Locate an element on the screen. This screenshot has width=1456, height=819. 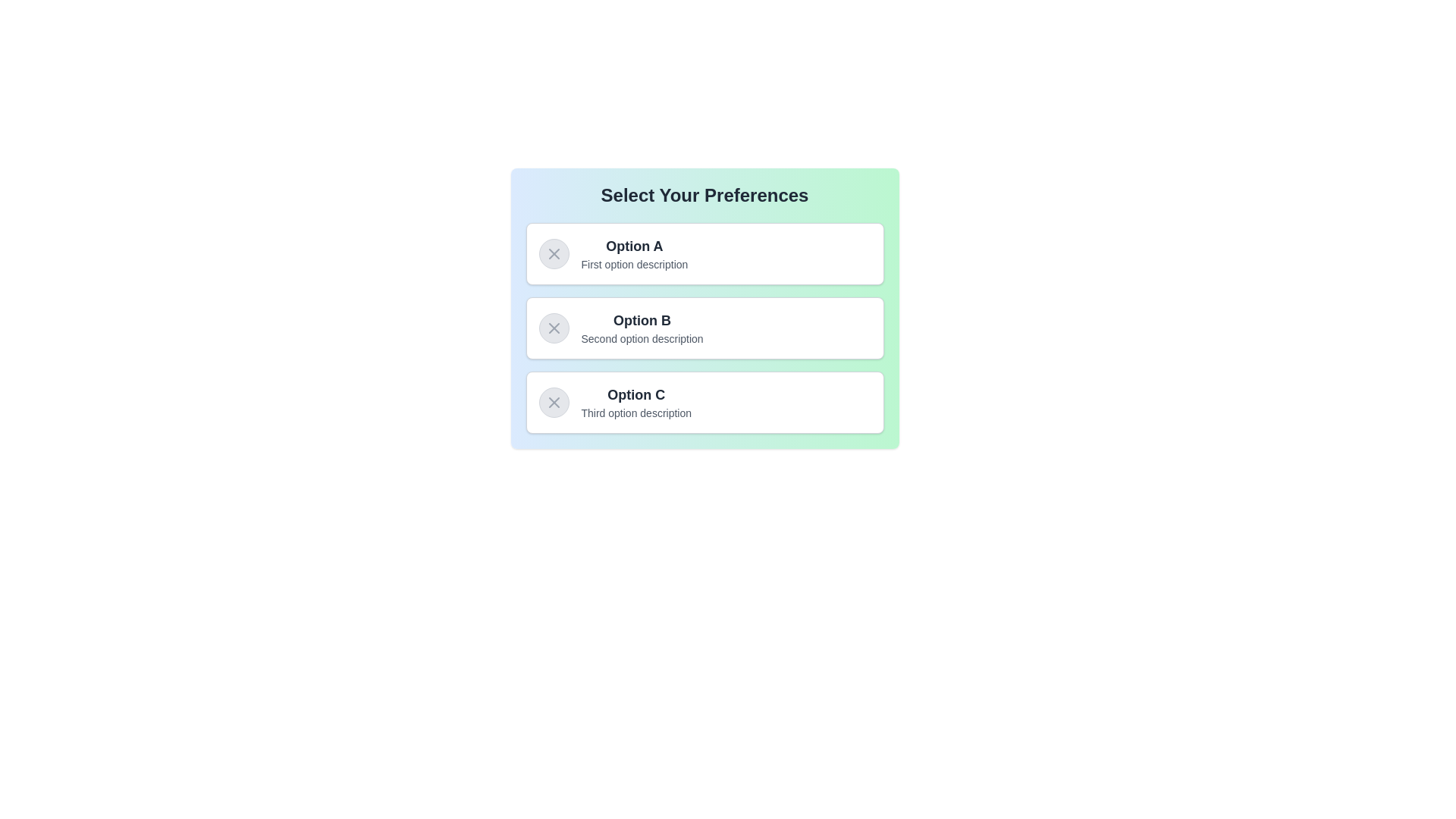
the circular button with a light gray background and an 'X' icon to deselect the option in the 'Option A' row is located at coordinates (553, 253).